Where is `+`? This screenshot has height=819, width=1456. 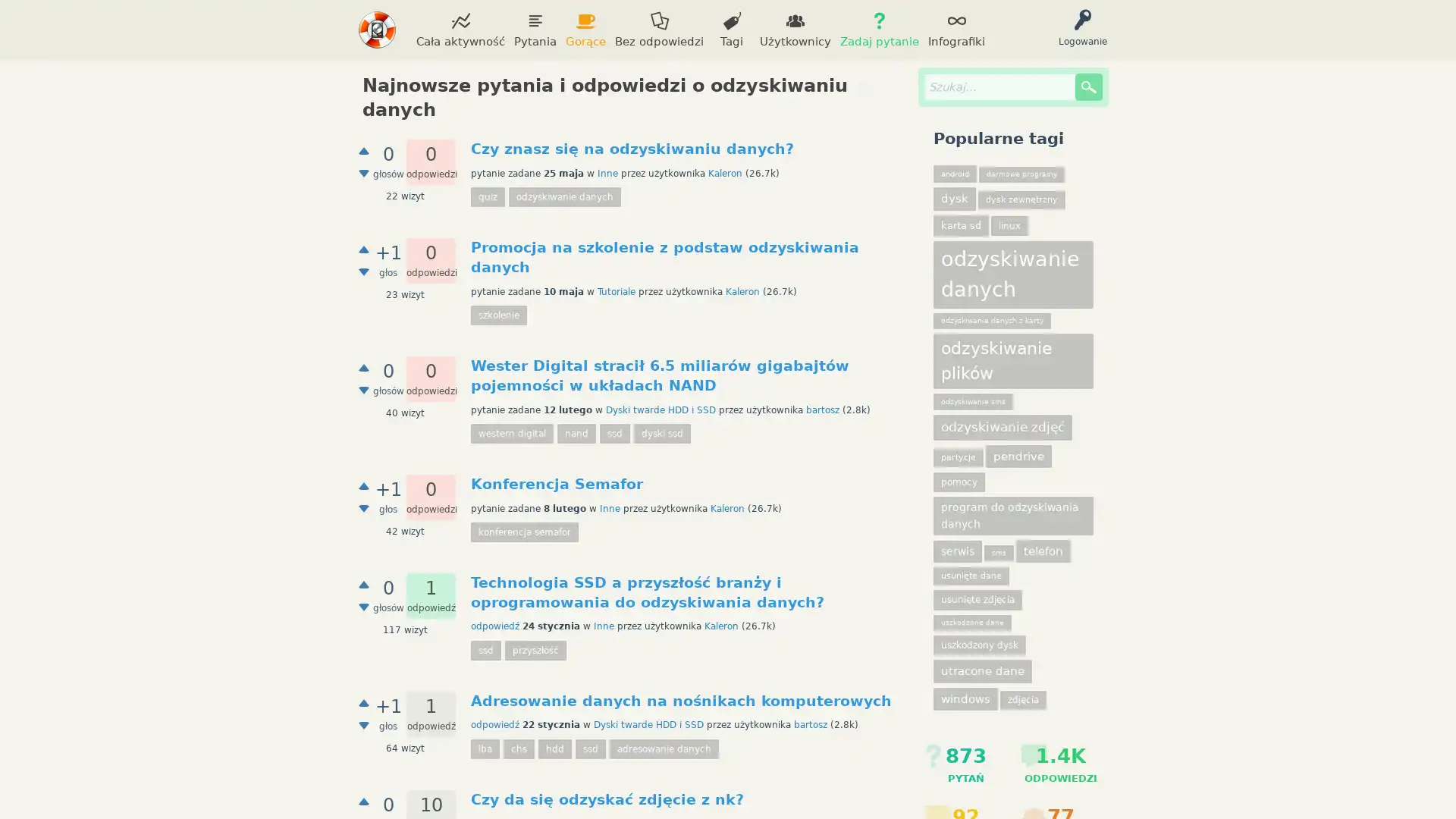 + is located at coordinates (364, 583).